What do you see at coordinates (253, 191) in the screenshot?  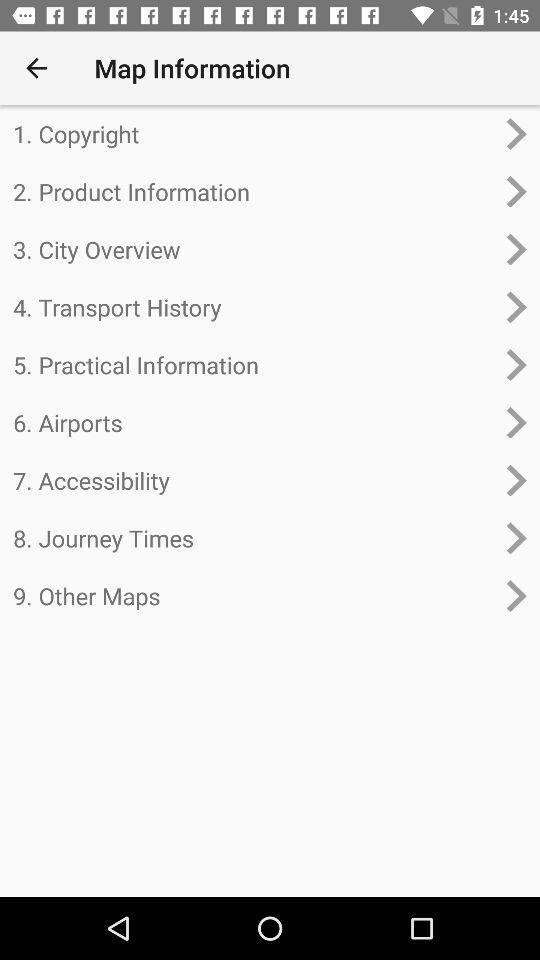 I see `2. product information` at bounding box center [253, 191].